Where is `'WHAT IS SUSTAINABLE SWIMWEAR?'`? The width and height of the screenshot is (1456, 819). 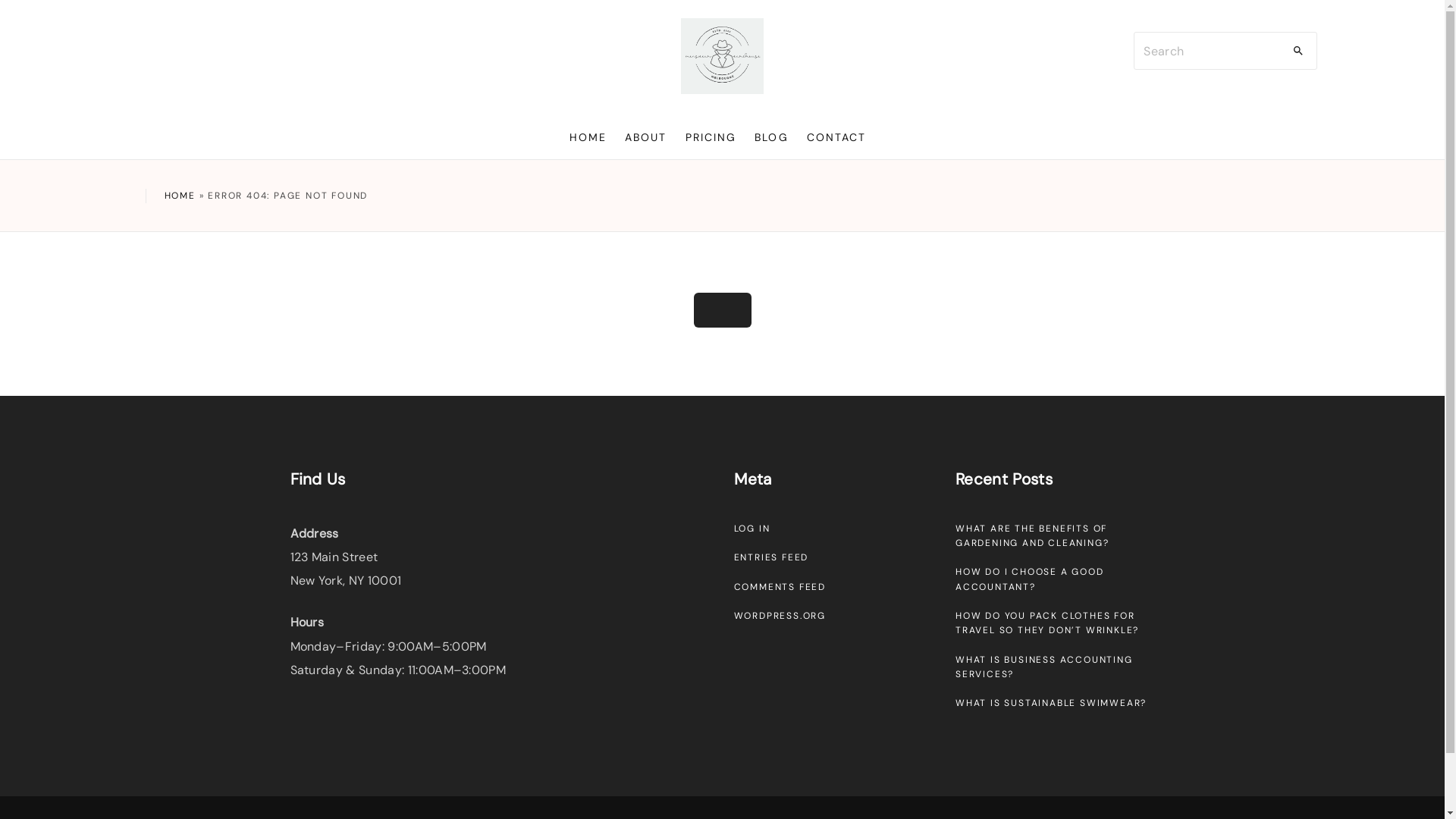 'WHAT IS SUSTAINABLE SWIMWEAR?' is located at coordinates (954, 702).